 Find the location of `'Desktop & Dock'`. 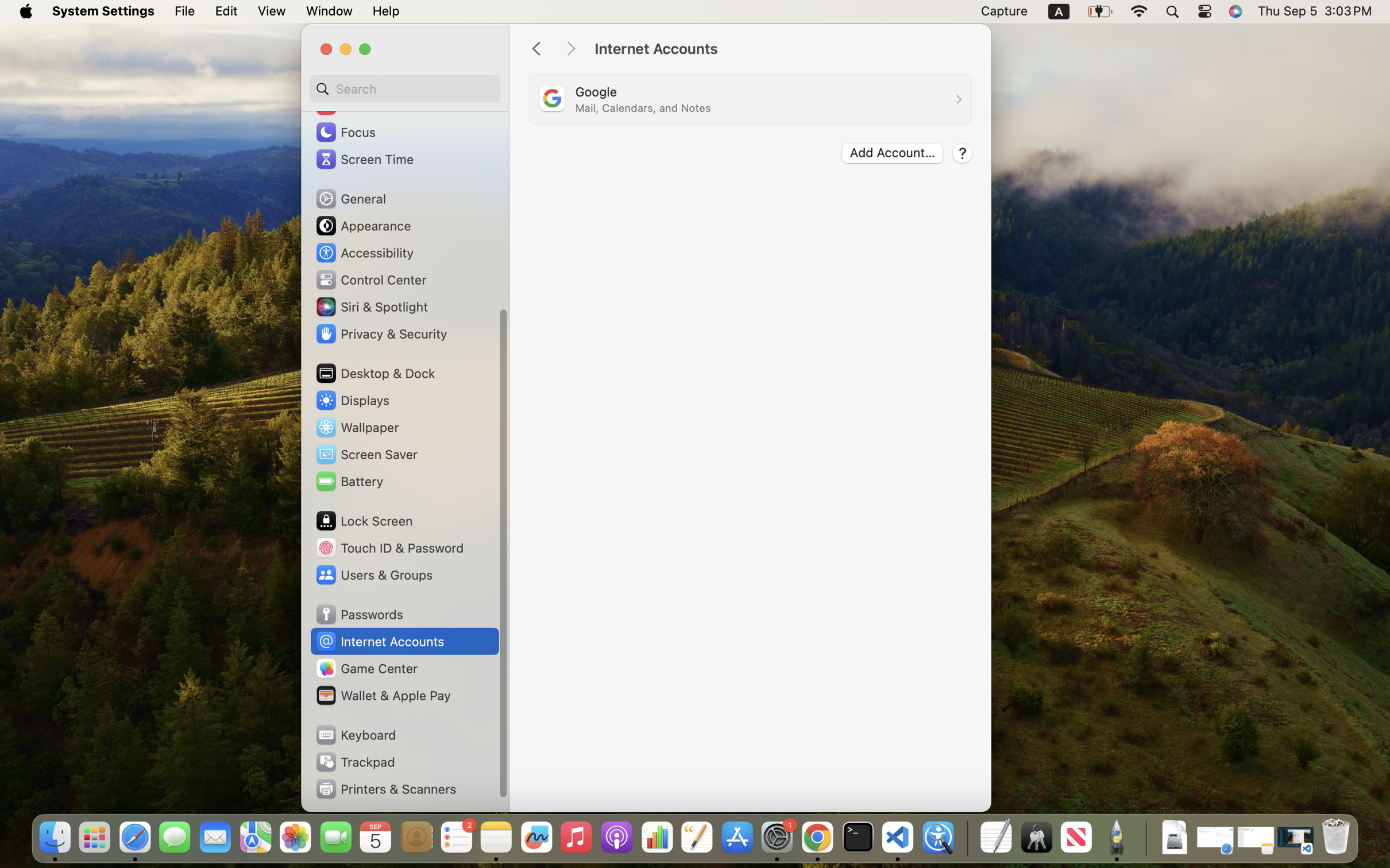

'Desktop & Dock' is located at coordinates (375, 373).